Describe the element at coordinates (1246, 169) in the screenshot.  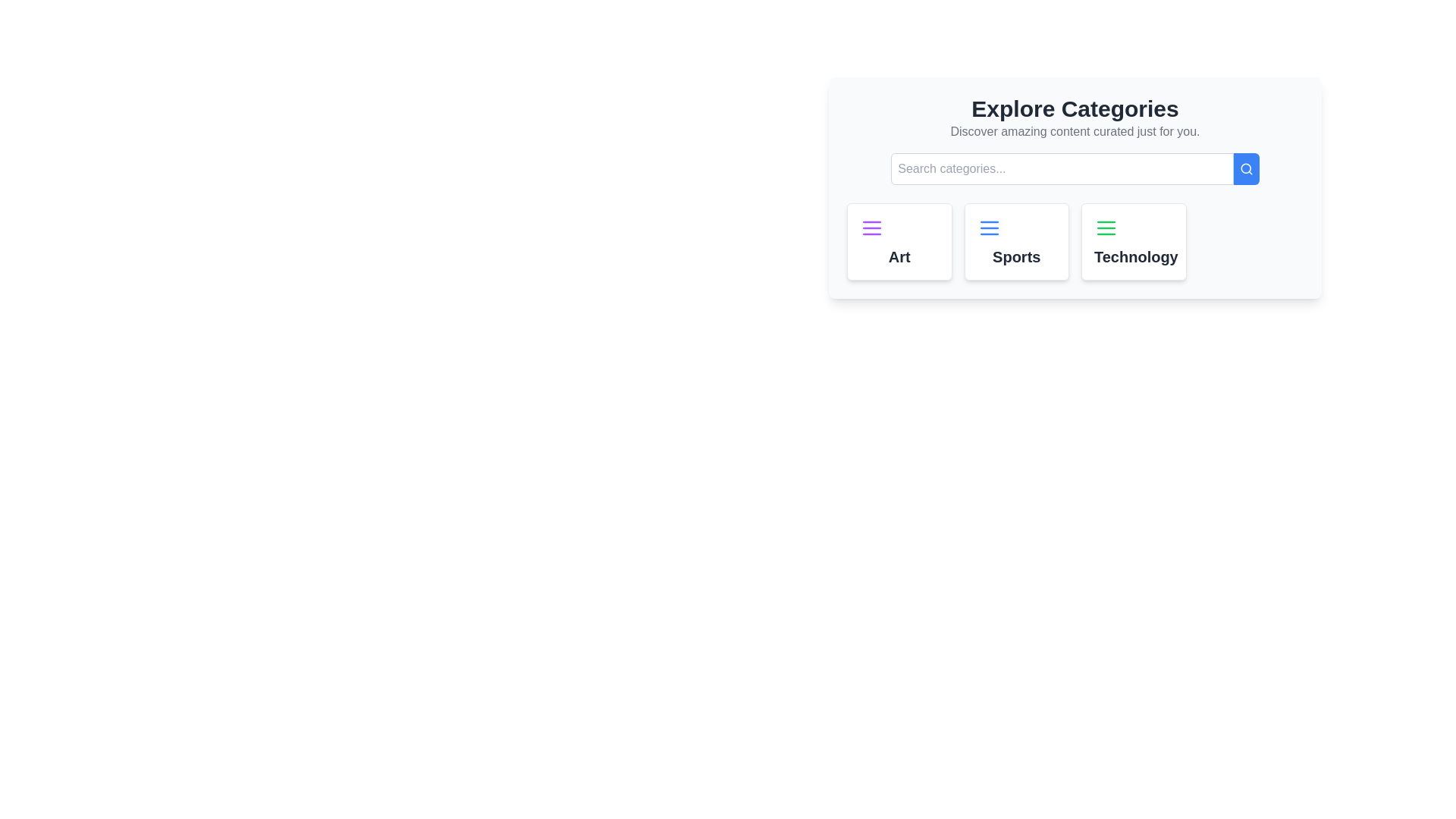
I see `the search button located at the far right of the horizontal search bar to initiate a search based on the input provided in the adjacent text field labeled 'Search categories...'` at that location.